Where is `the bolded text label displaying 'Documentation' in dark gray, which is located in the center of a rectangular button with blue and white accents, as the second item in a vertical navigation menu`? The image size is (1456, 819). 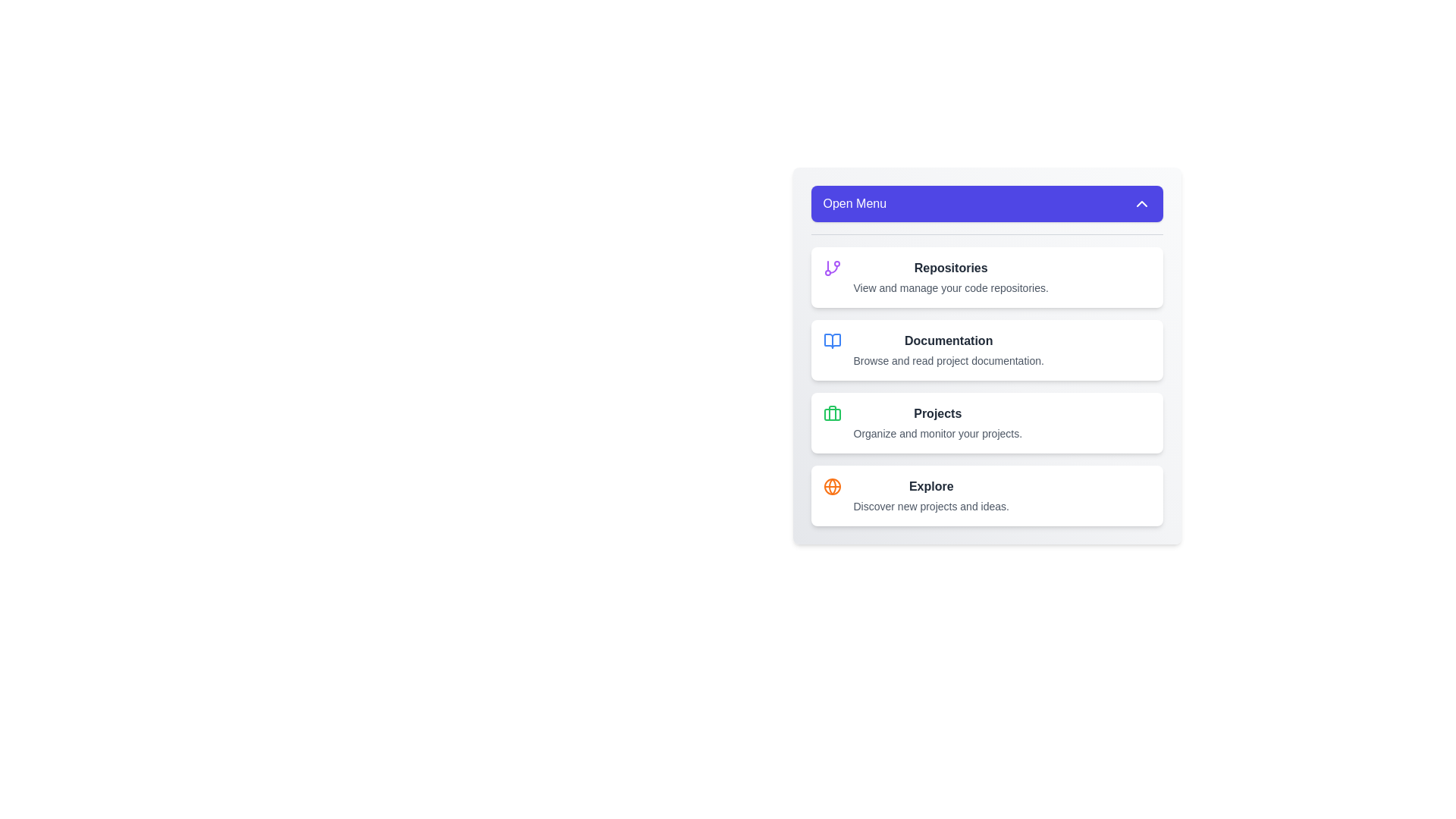 the bolded text label displaying 'Documentation' in dark gray, which is located in the center of a rectangular button with blue and white accents, as the second item in a vertical navigation menu is located at coordinates (948, 341).